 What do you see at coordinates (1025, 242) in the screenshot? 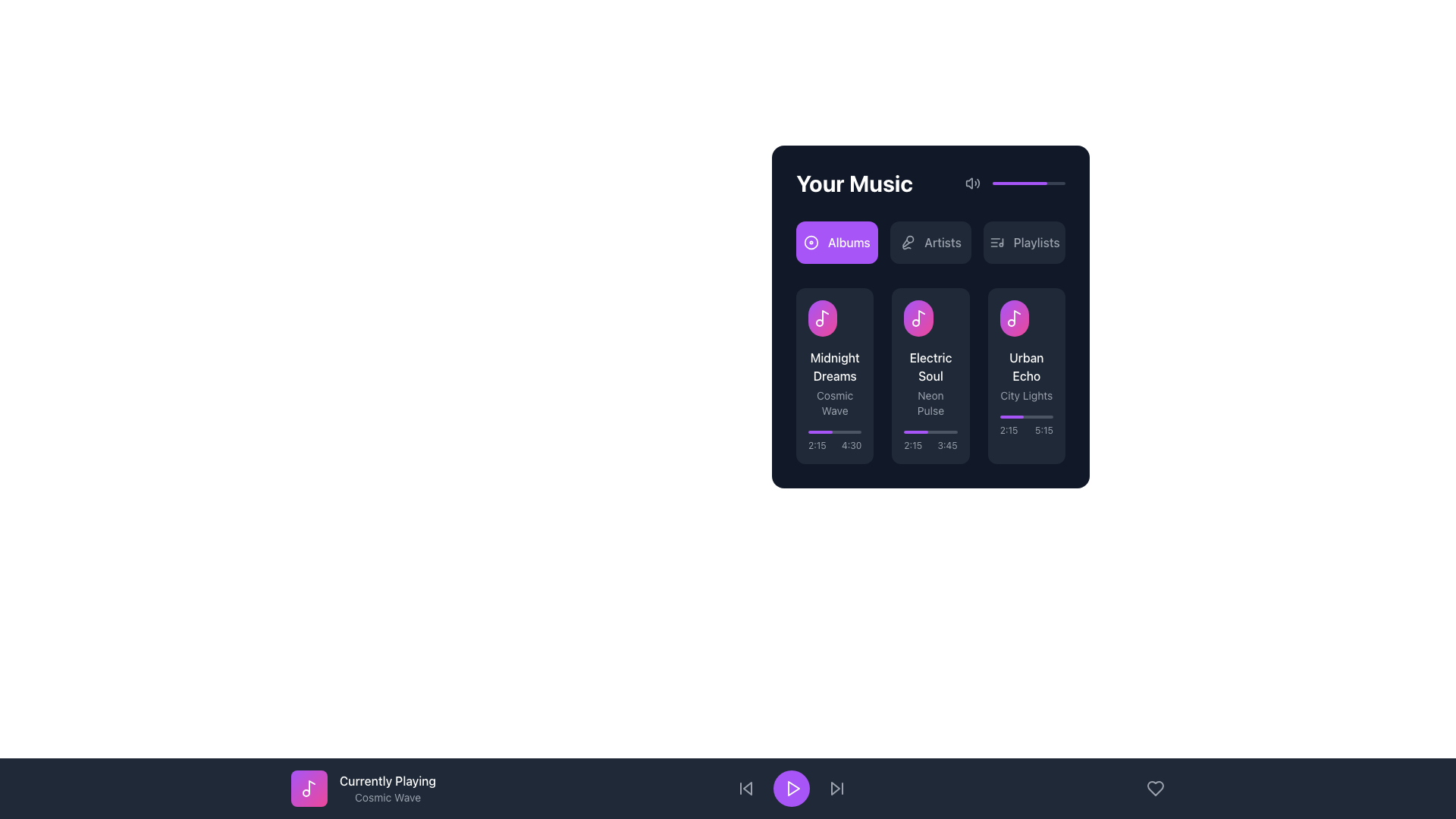
I see `the 'Playlists' button, which is a horizontally-aligned button with rounded corners, dark gray background, and light gray text` at bounding box center [1025, 242].